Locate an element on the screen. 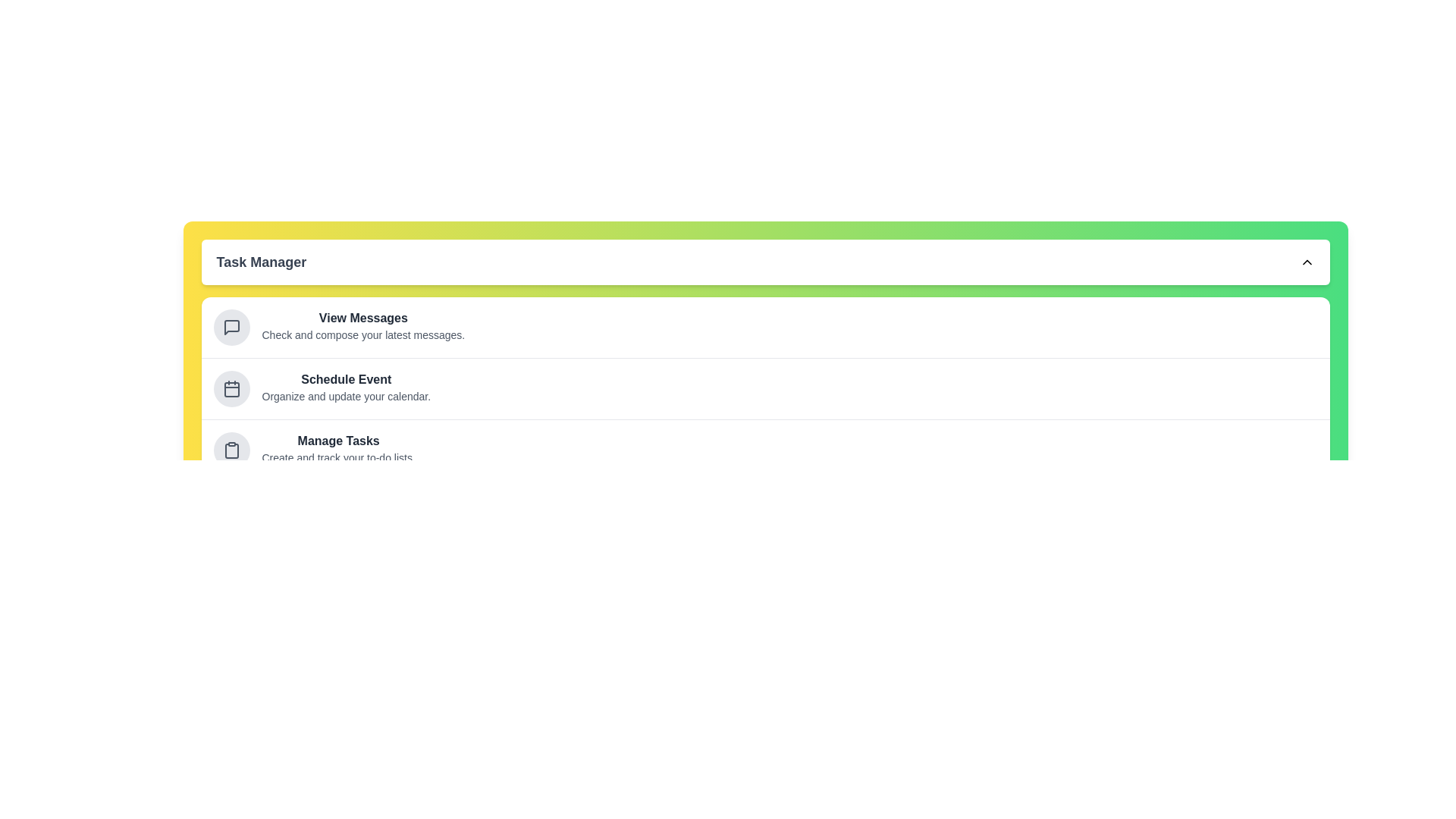 The height and width of the screenshot is (819, 1456). the toggle button to open or close the menu is located at coordinates (765, 262).